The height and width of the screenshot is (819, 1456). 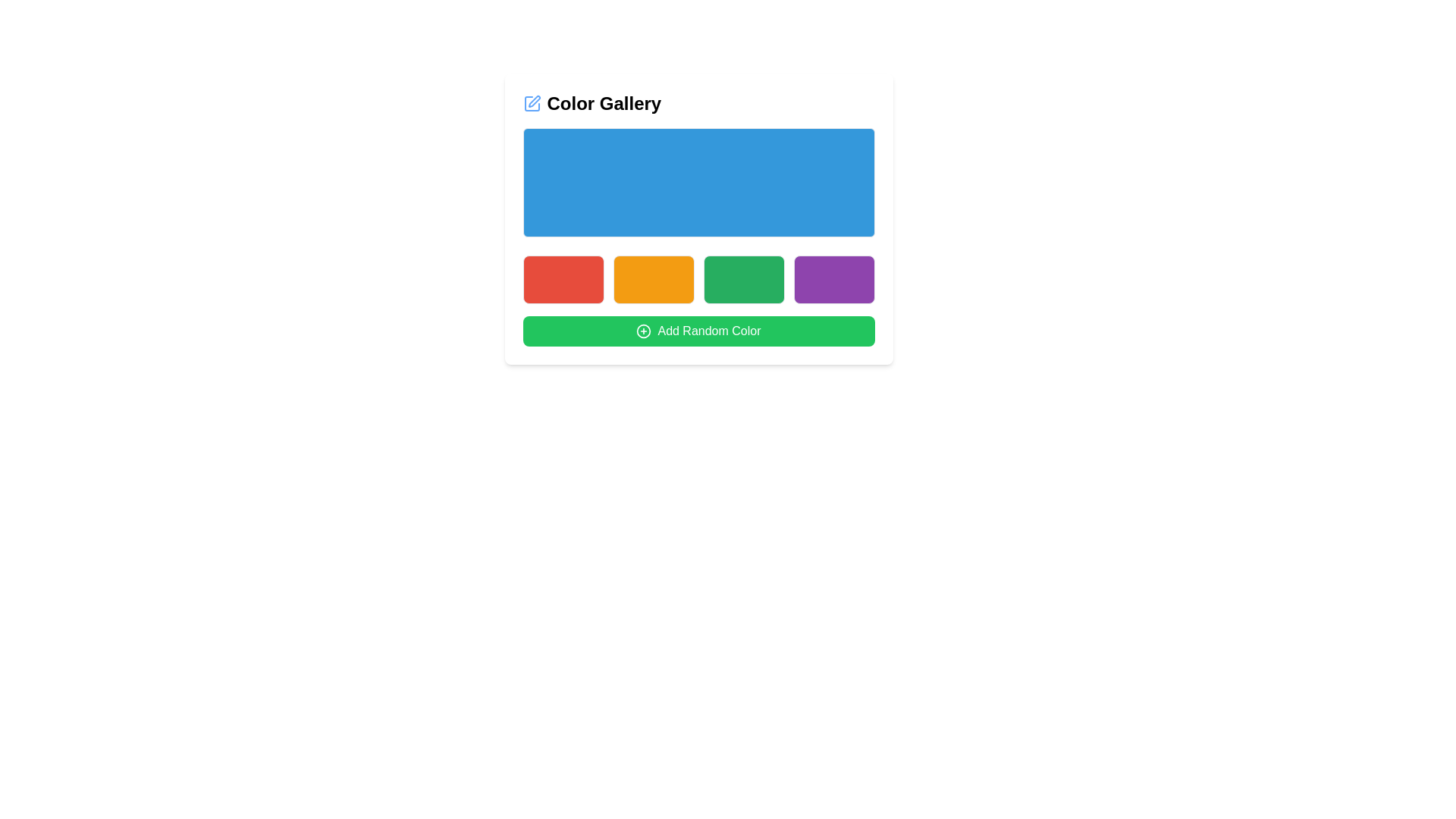 What do you see at coordinates (698, 280) in the screenshot?
I see `the Grid of buttons in the 'Color Gallery' panel, which is positioned below a blue rectangular area and above the 'Add Random Color' button` at bounding box center [698, 280].